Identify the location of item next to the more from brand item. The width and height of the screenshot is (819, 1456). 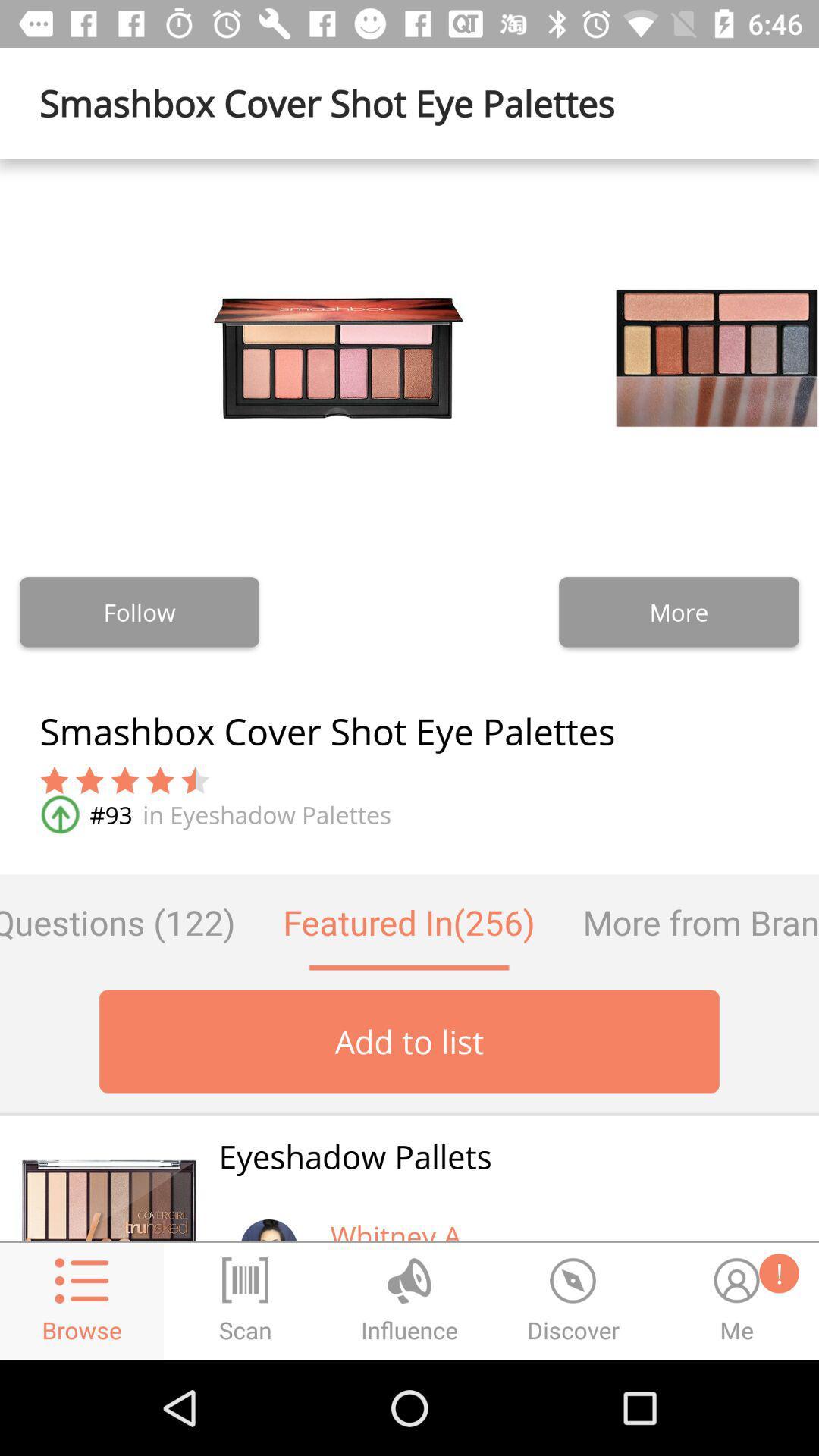
(408, 921).